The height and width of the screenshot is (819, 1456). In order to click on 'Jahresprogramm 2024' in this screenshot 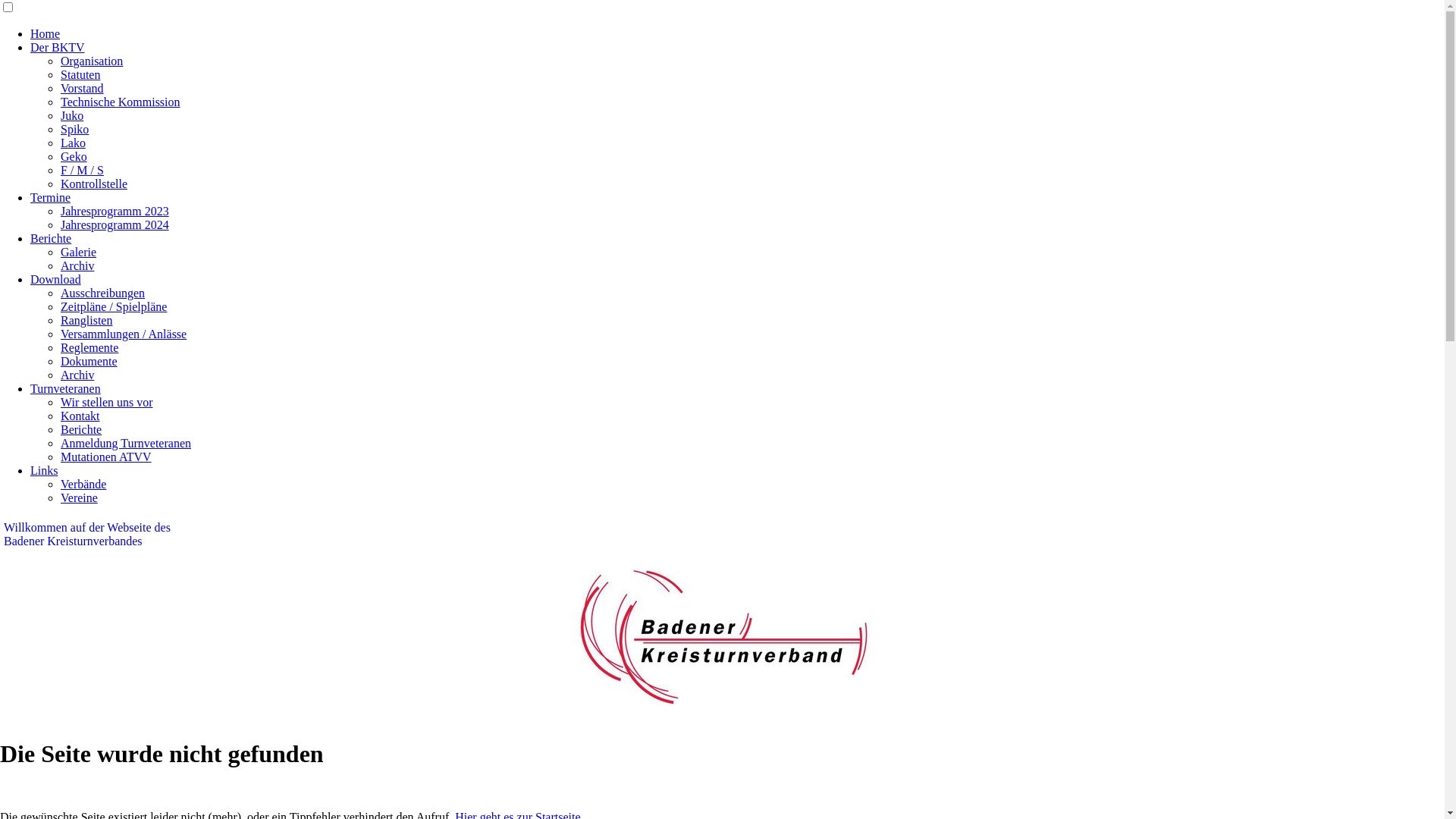, I will do `click(114, 224)`.